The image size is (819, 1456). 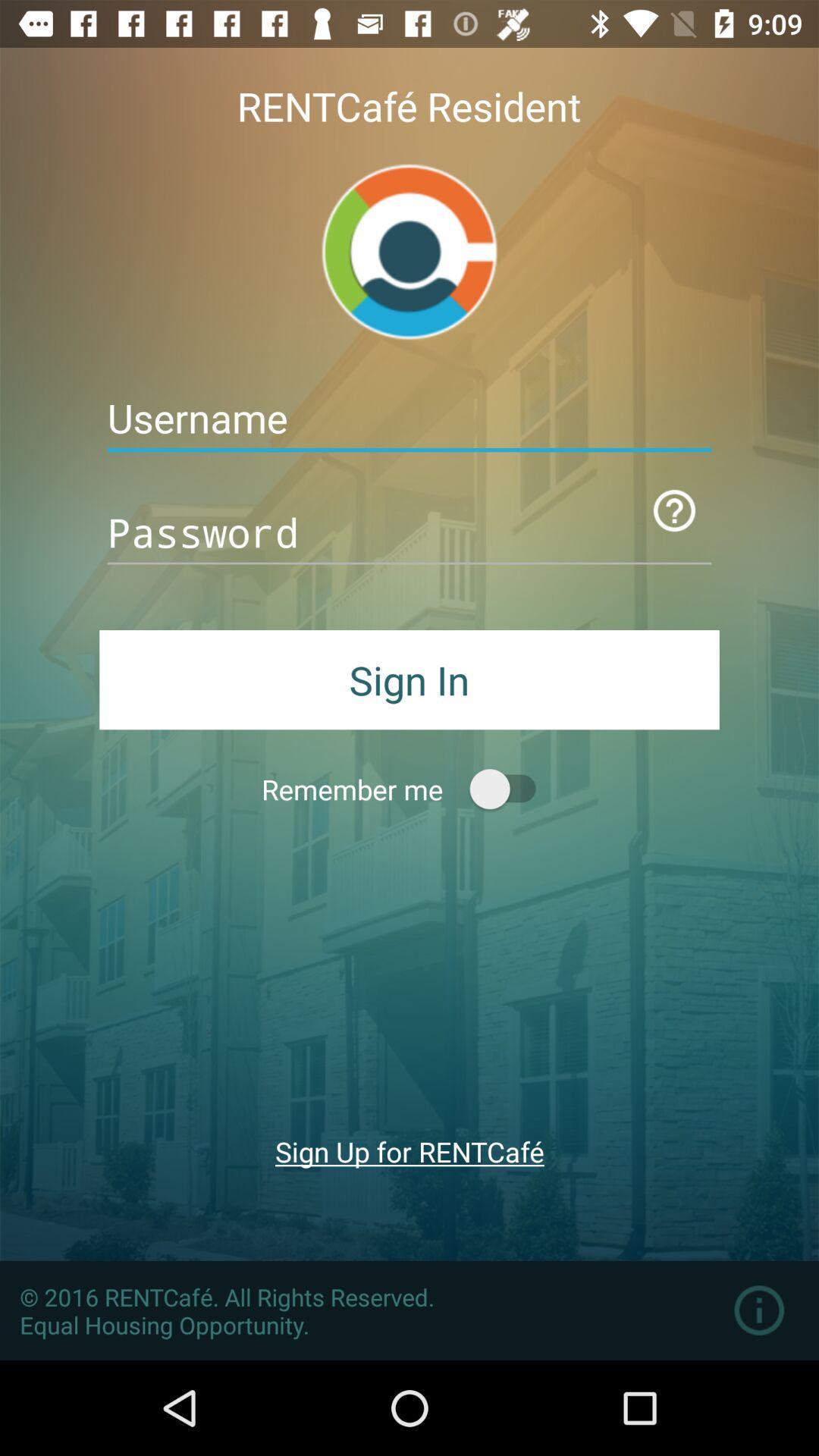 What do you see at coordinates (409, 532) in the screenshot?
I see `texte box to fill in password` at bounding box center [409, 532].